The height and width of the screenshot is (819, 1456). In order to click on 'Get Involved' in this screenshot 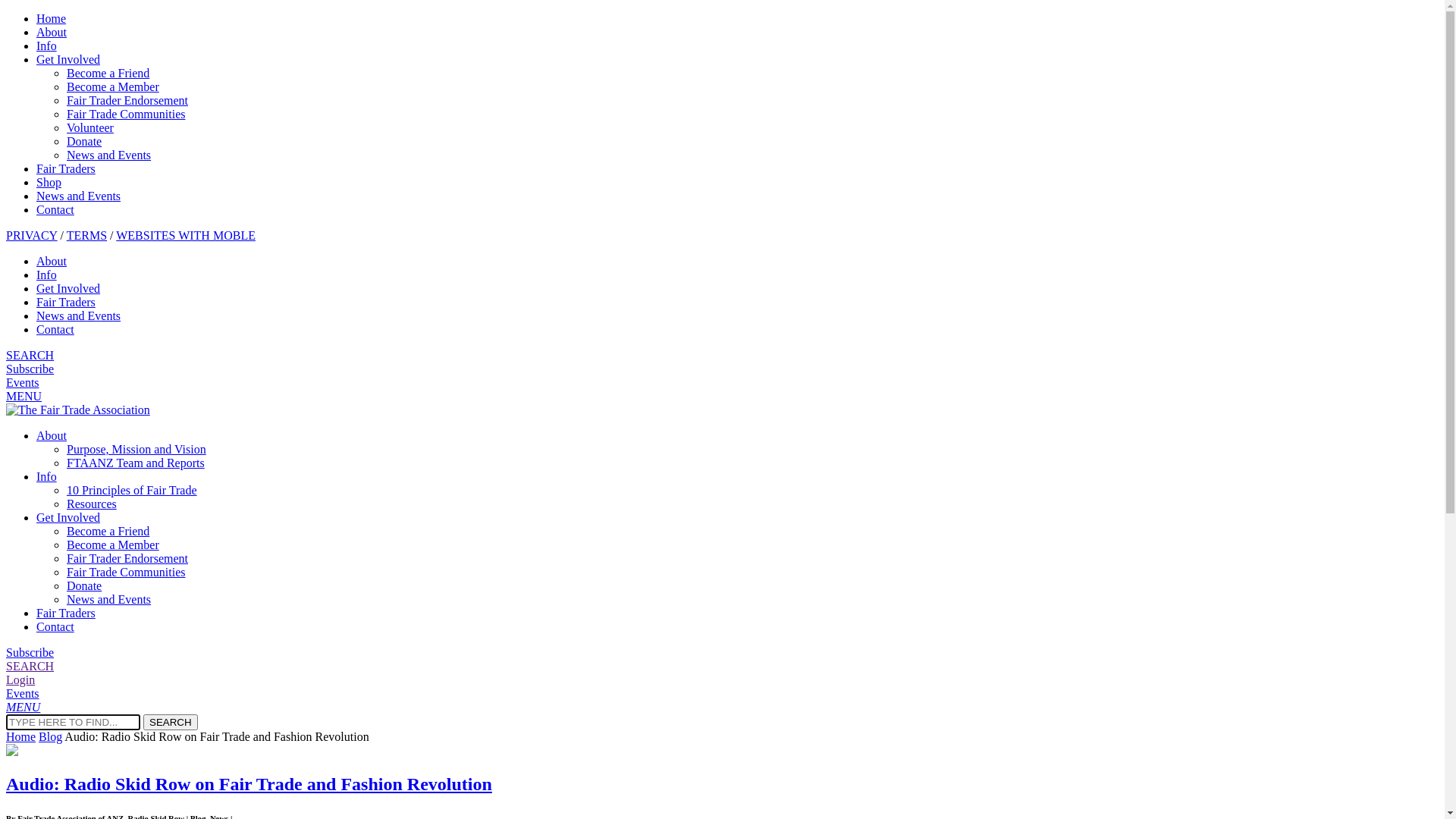, I will do `click(67, 516)`.